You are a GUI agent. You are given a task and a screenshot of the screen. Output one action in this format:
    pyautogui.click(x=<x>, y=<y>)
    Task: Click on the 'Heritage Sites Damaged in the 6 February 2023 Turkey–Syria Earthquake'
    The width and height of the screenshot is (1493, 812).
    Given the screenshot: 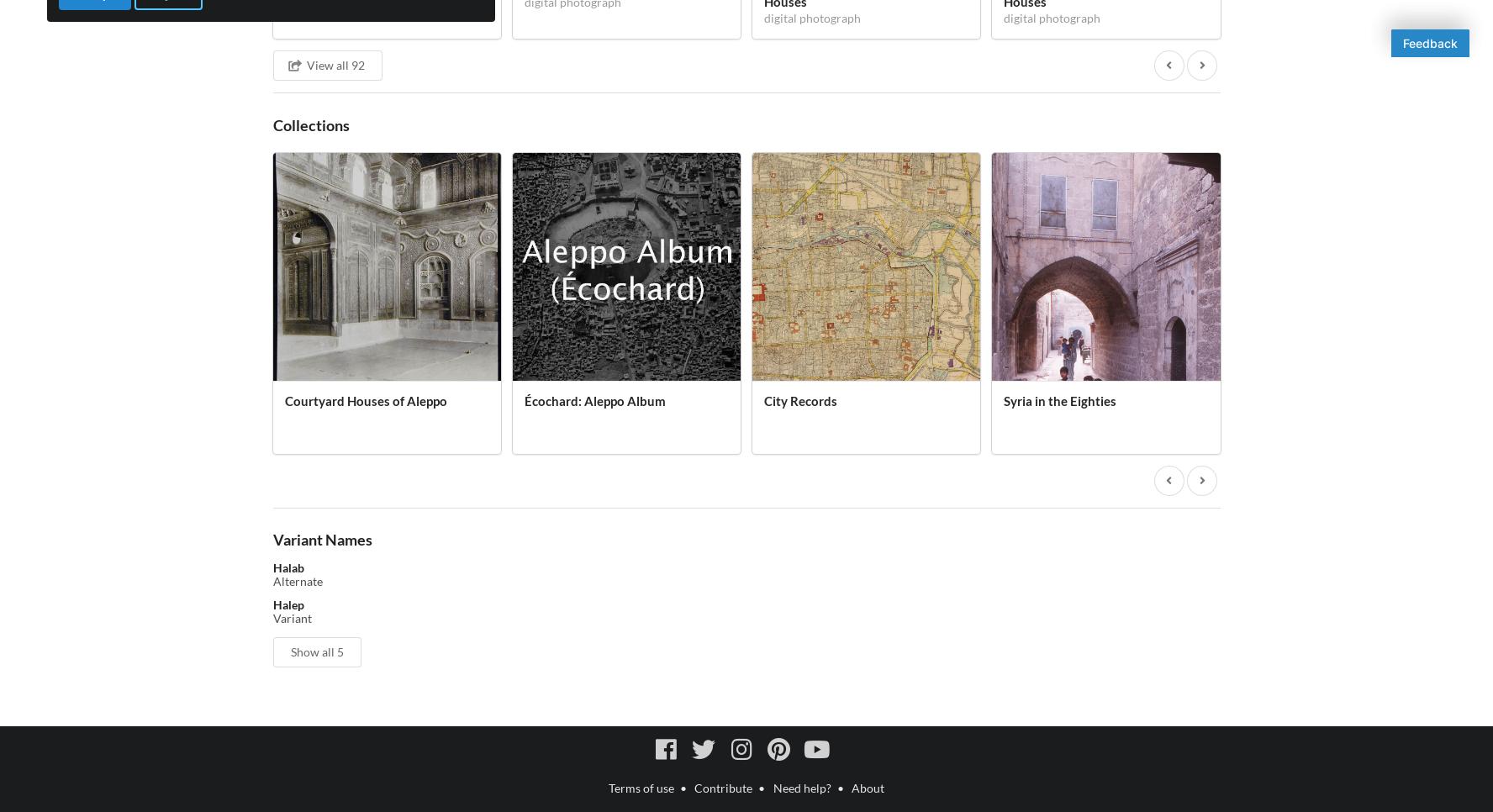 What is the action you would take?
    pyautogui.click(x=1334, y=416)
    